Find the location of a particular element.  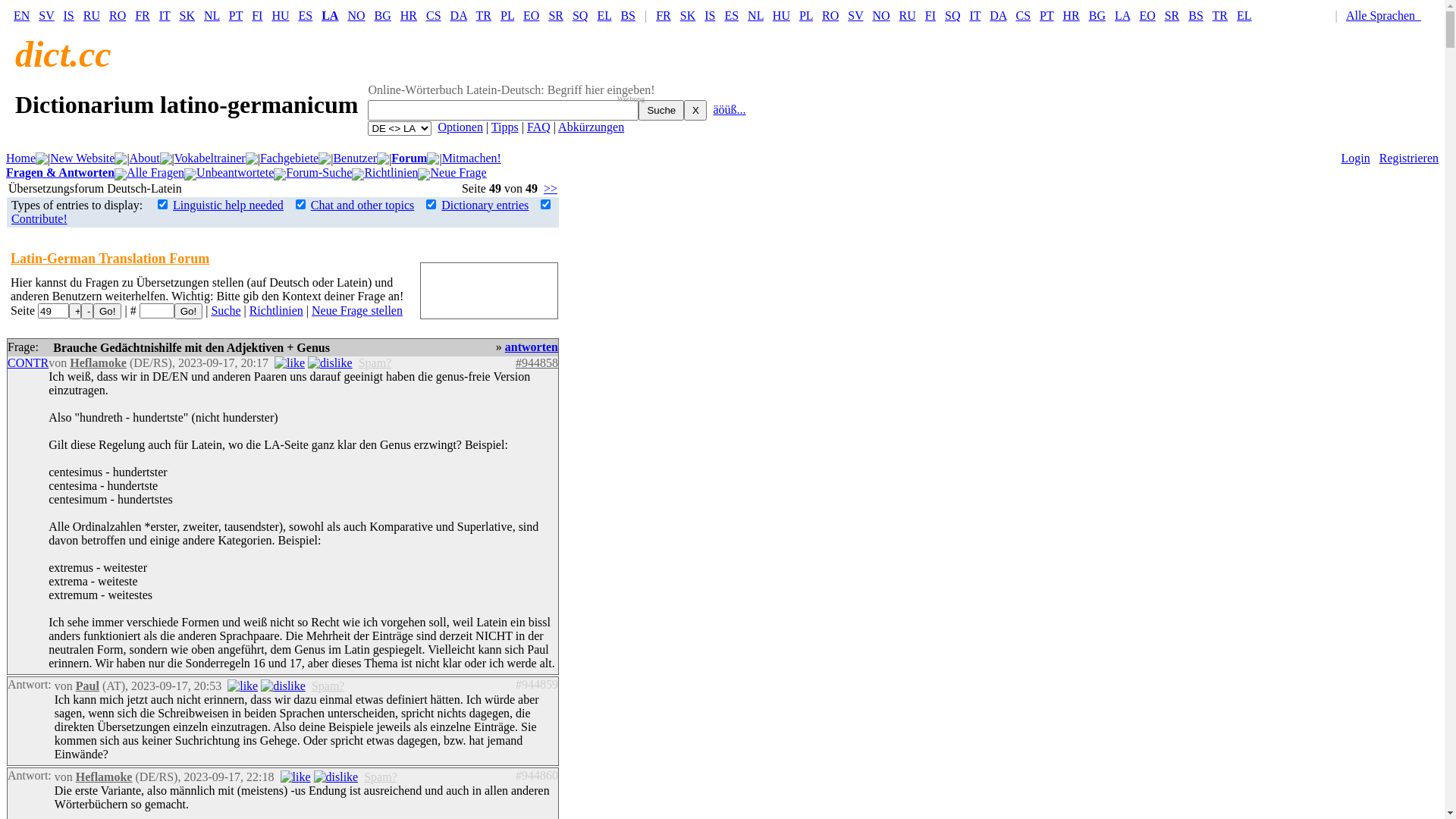

'SV' is located at coordinates (855, 15).